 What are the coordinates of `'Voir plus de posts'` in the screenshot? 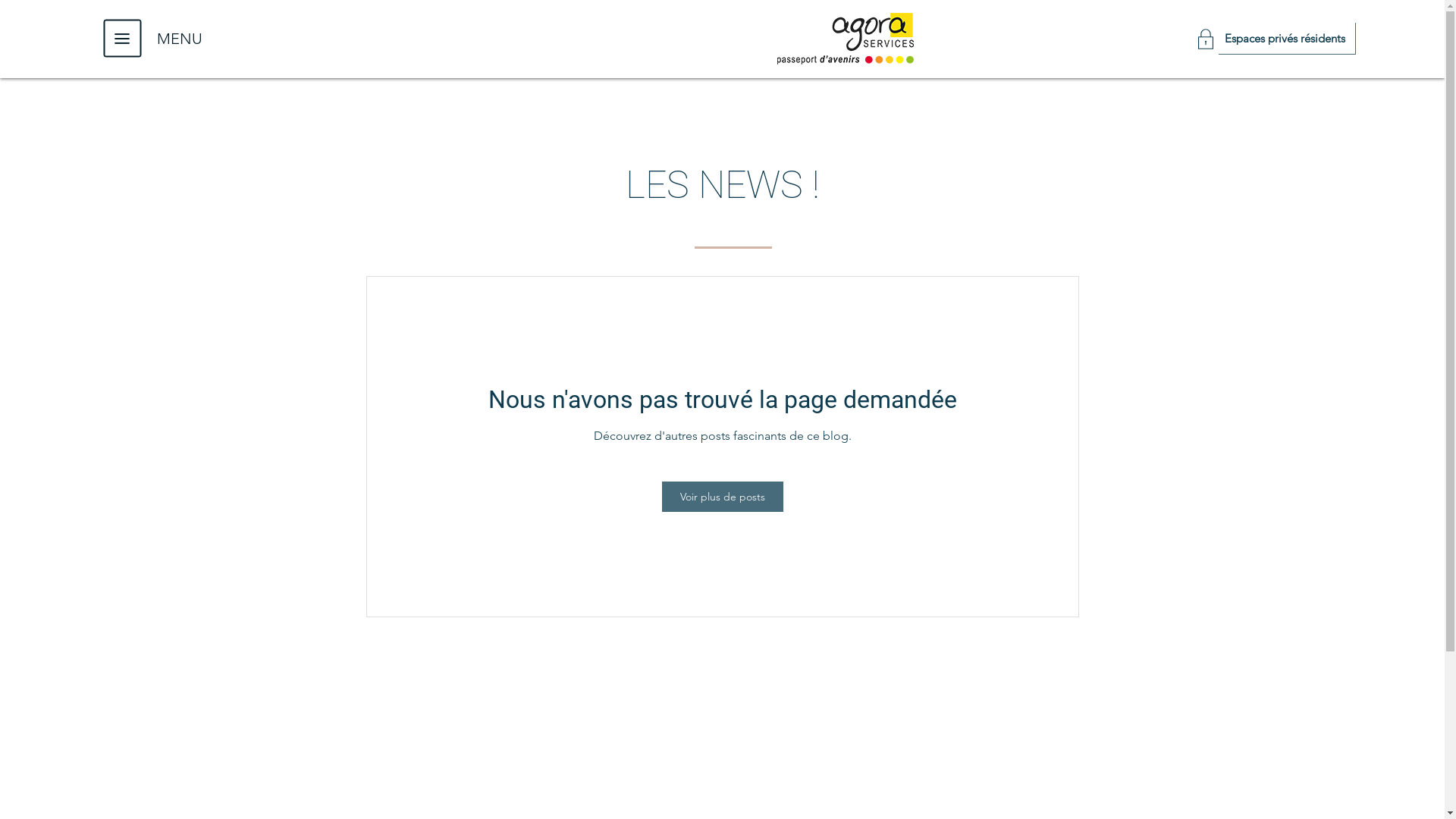 It's located at (661, 497).